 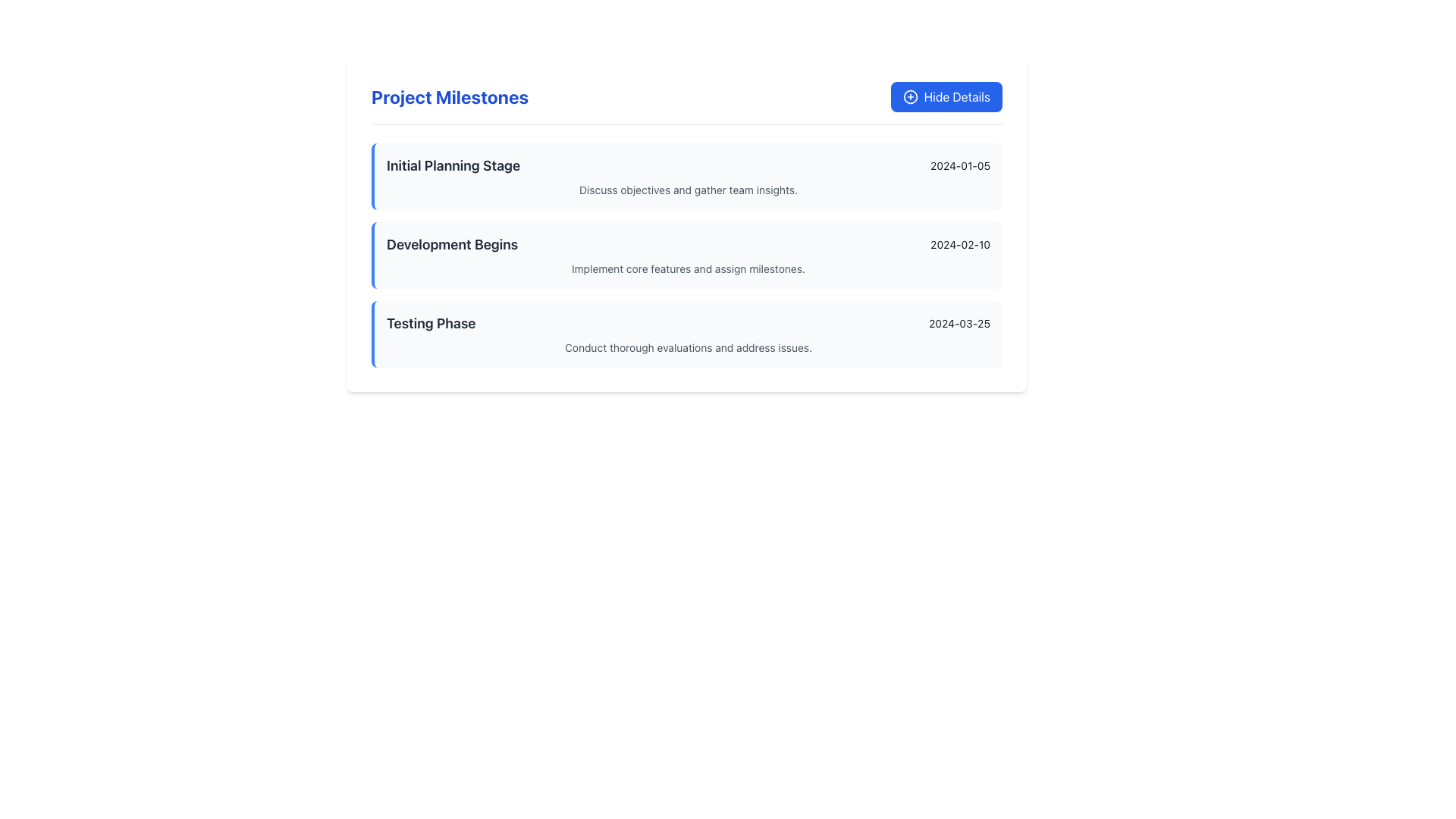 I want to click on the static text displaying the date '2024-01-05' which is styled in a small-sized, dark gray font and located next to the bold label 'Initial Planning Stage', so click(x=959, y=166).